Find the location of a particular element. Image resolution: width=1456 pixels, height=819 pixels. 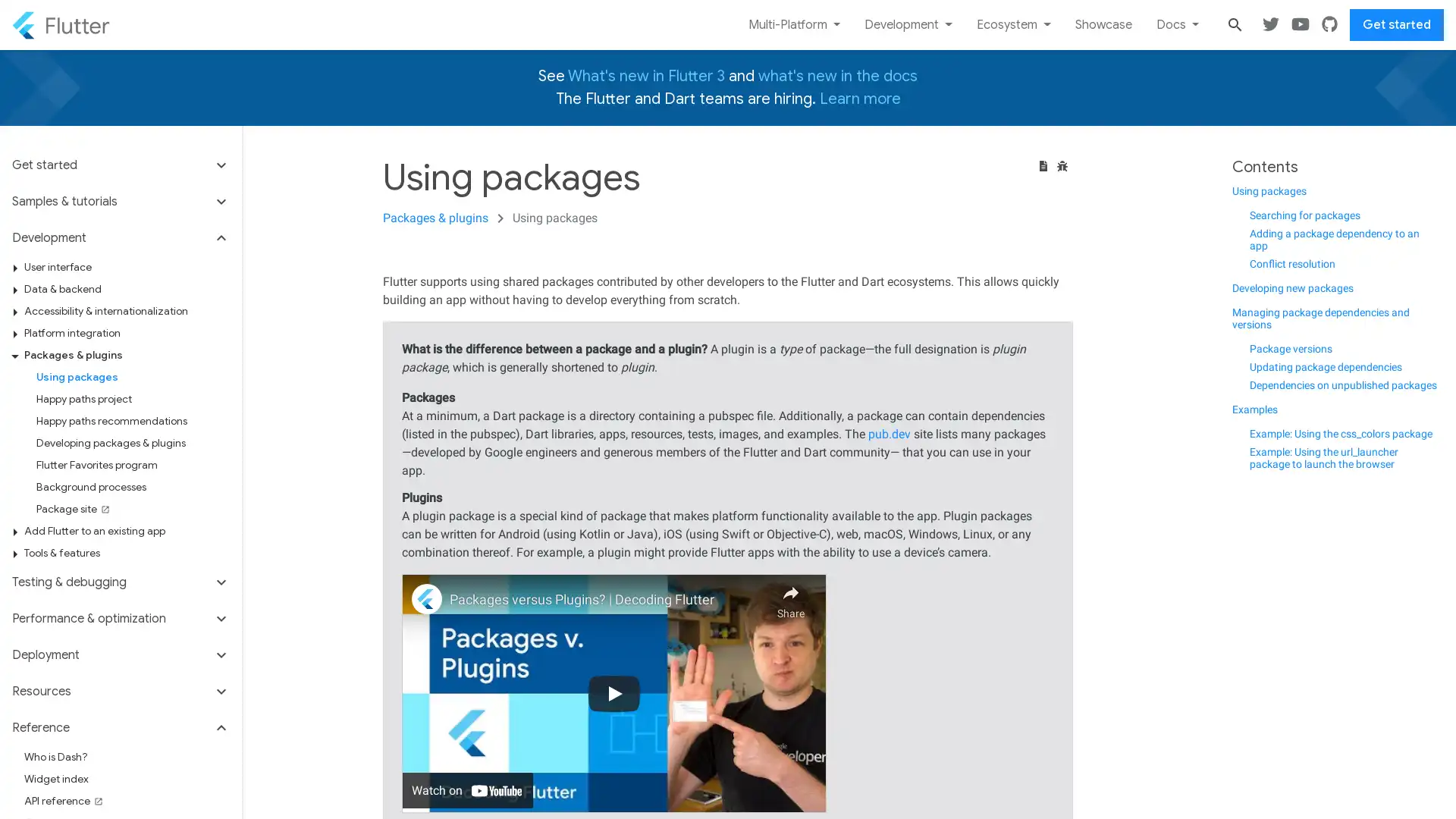

arrow_drop_down Accessibility & internationalization is located at coordinates (127, 310).